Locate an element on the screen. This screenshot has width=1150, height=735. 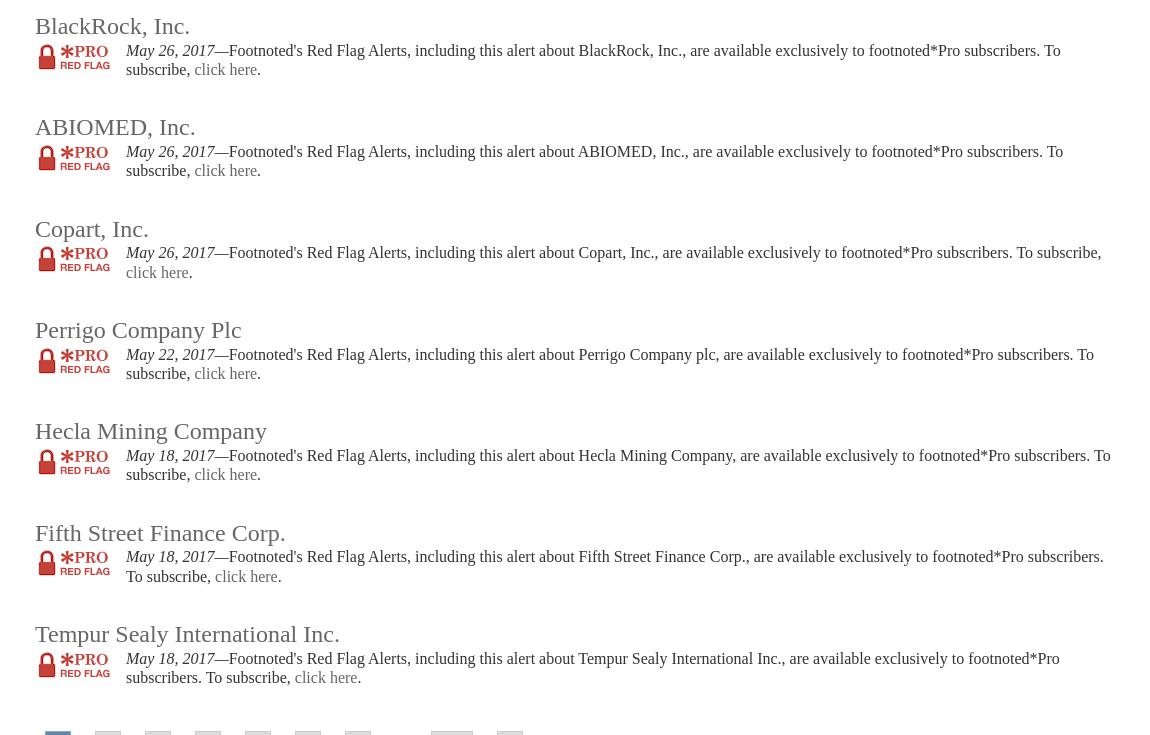
'Footnoted's Red Flag Alerts, including this alert about Hecla Mining Company, are available exclusively to footnoted*Pro subscribers. To subscribe,' is located at coordinates (125, 464).